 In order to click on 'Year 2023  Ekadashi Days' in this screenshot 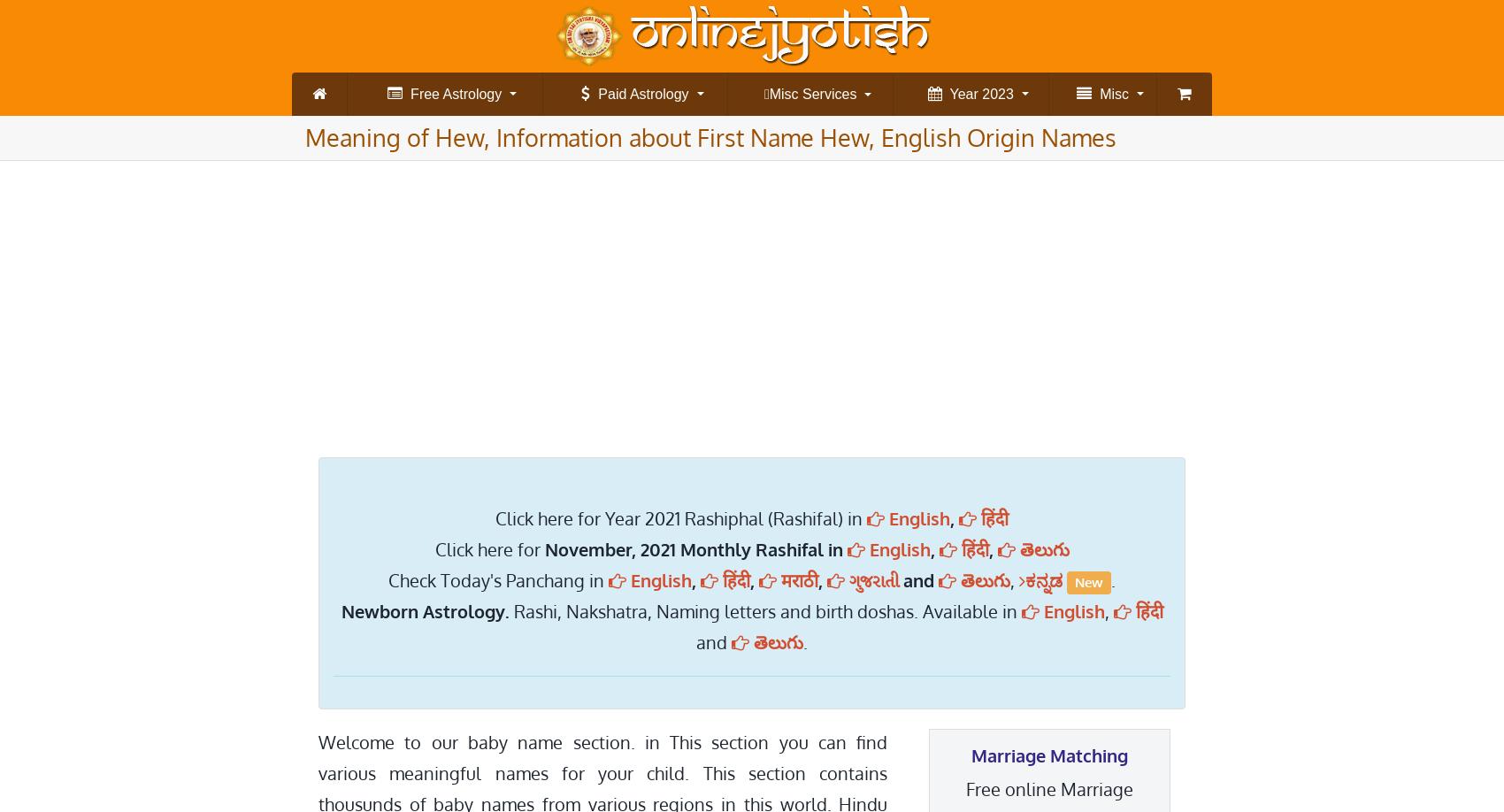, I will do `click(1008, 149)`.